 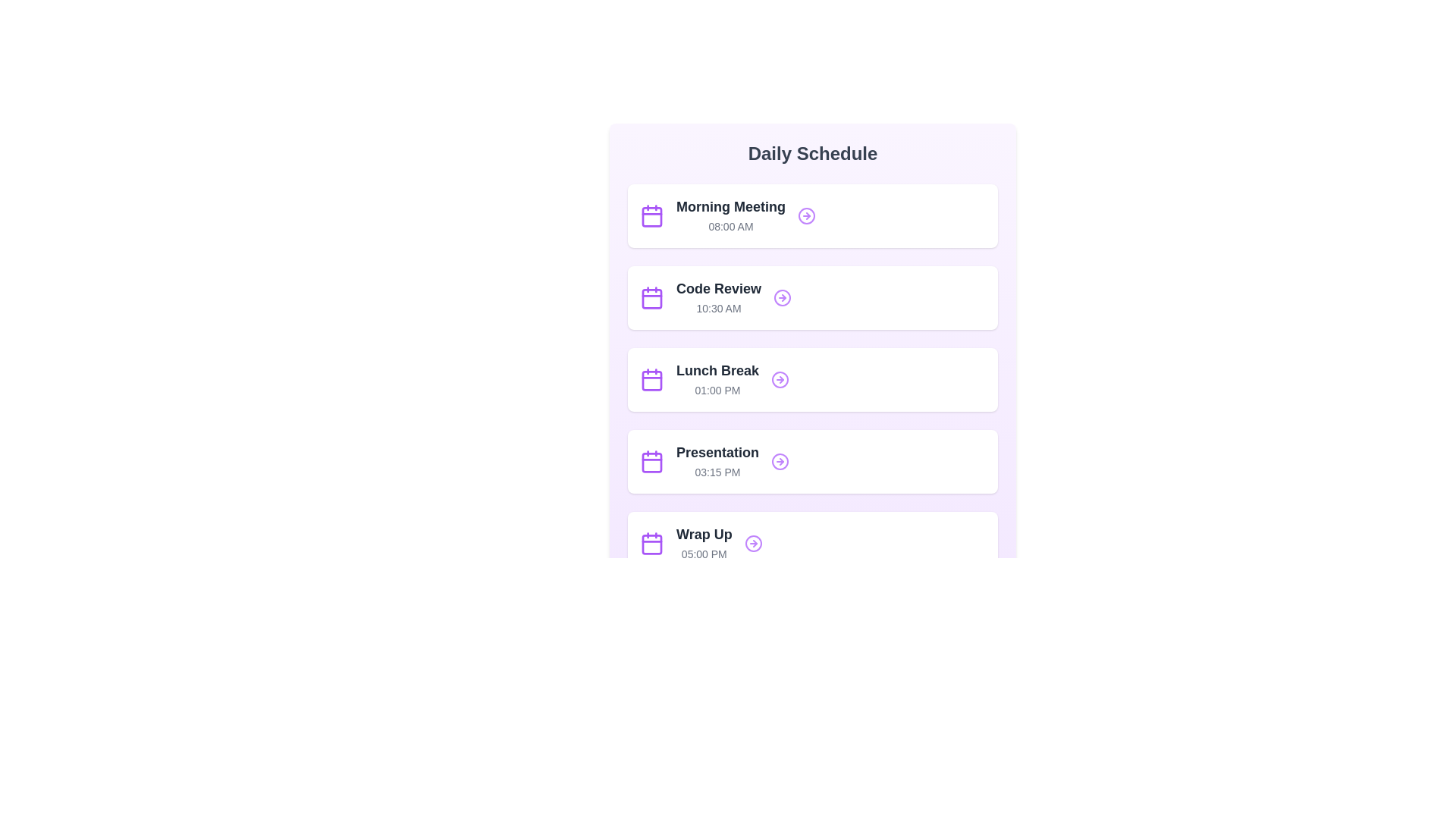 What do you see at coordinates (651, 461) in the screenshot?
I see `the purple calendar icon located to the left of the 'Presentation' event details` at bounding box center [651, 461].